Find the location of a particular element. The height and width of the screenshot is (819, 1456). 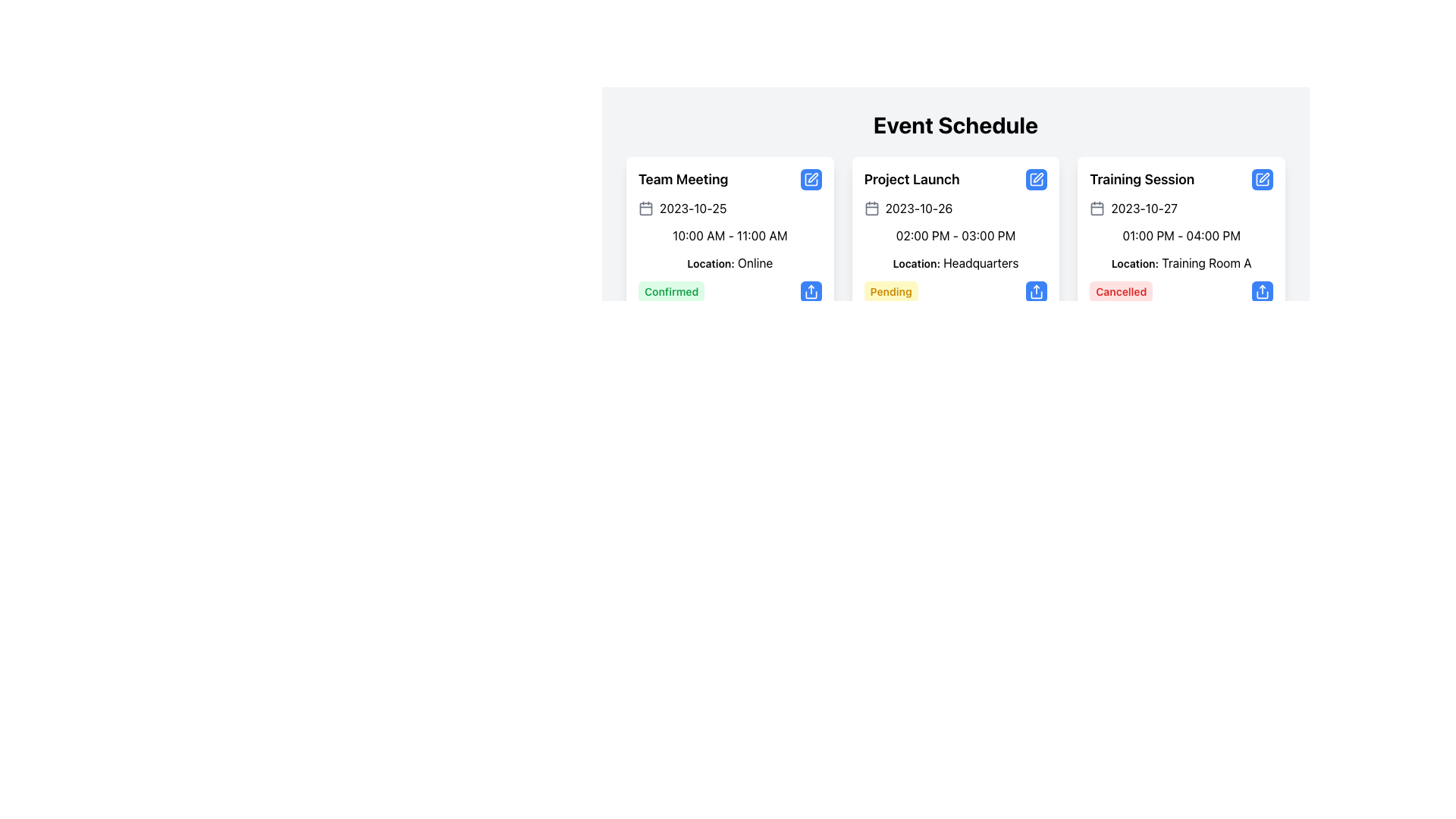

the icon representing a square with a pen, styled in line art format and colored blue, located in the top-right corner of the 'Project Launch' event card is located at coordinates (1036, 178).